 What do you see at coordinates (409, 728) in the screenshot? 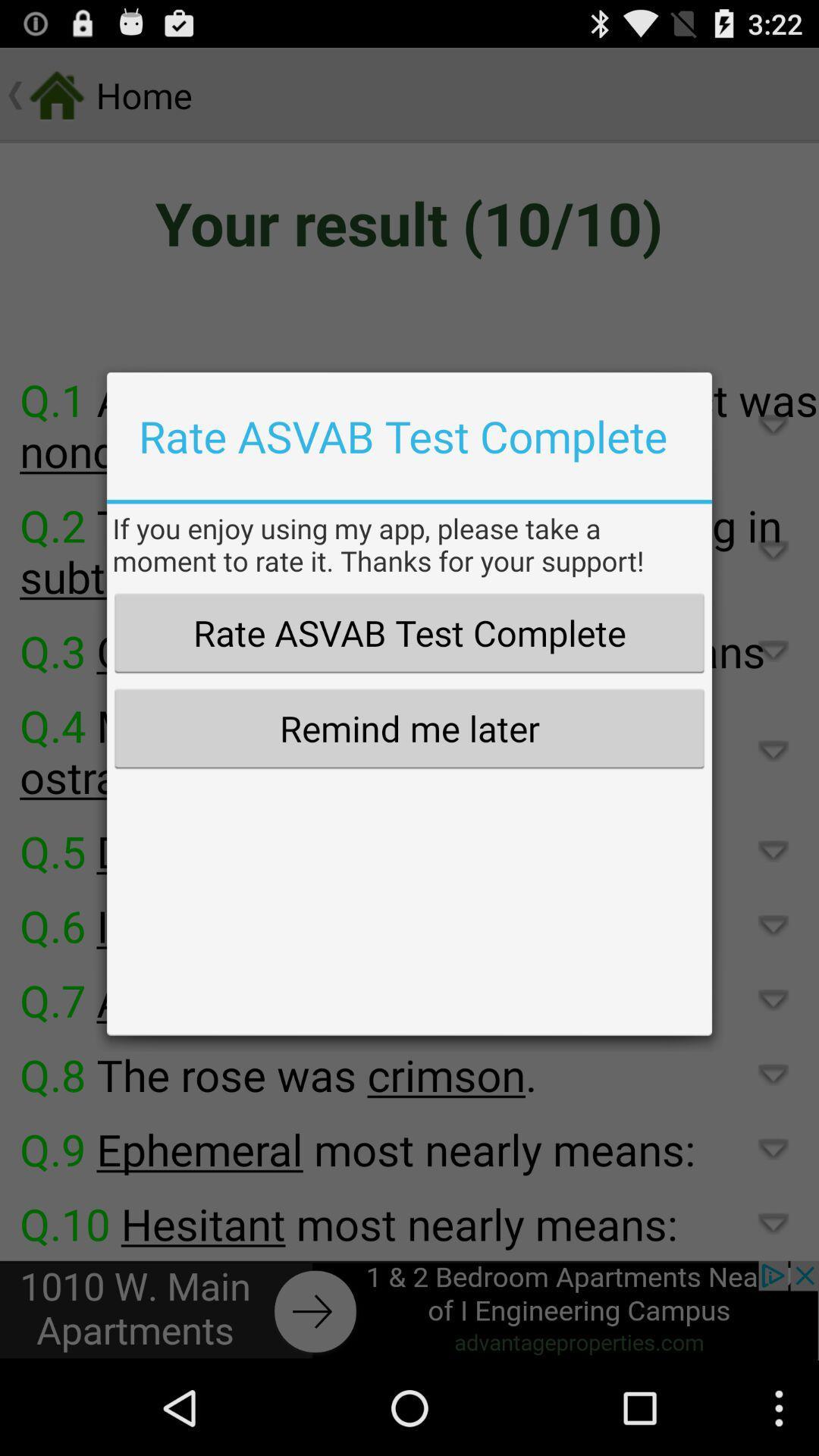
I see `the remind me later item` at bounding box center [409, 728].